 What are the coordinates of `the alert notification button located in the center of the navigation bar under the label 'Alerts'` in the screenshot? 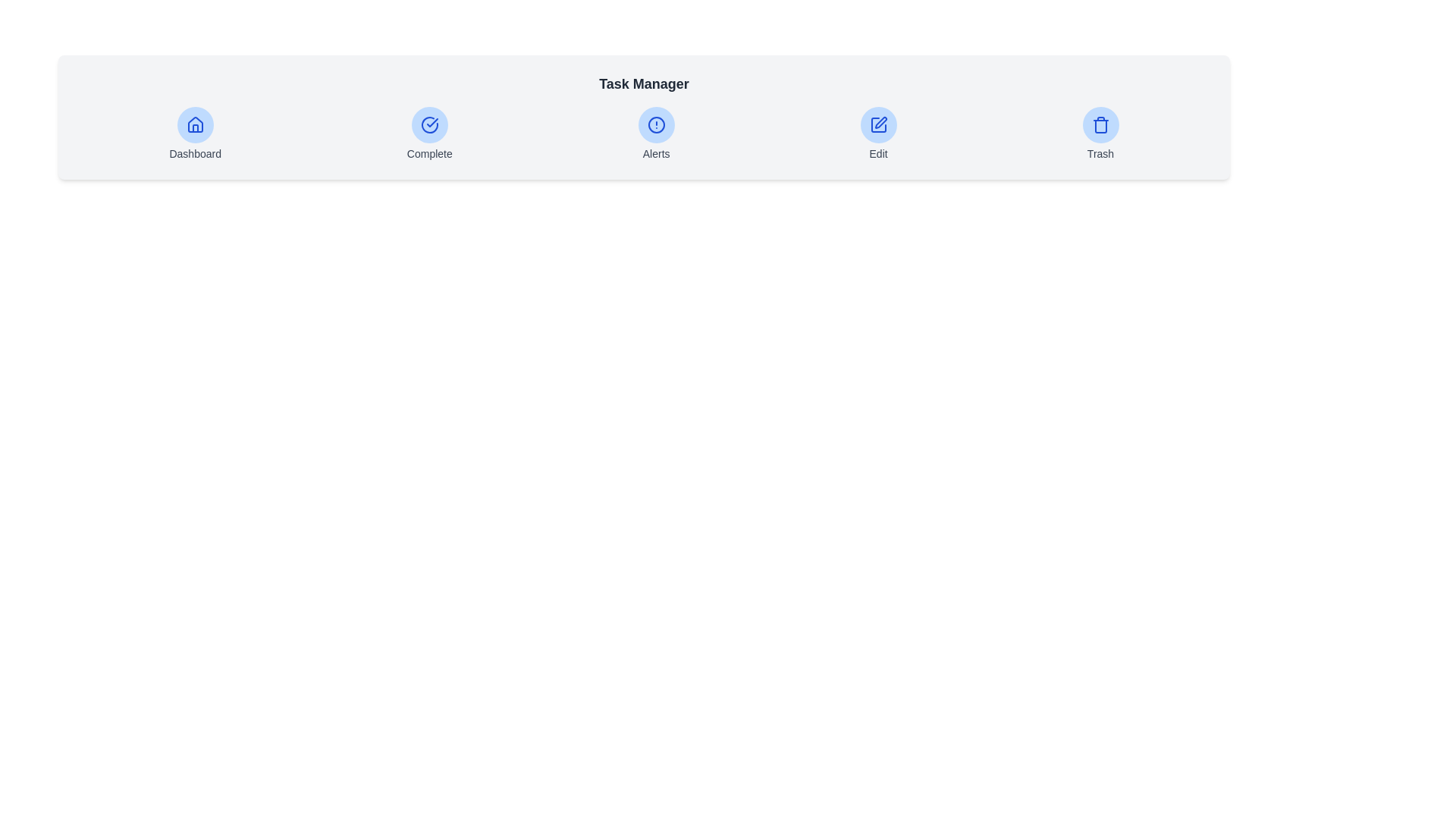 It's located at (656, 124).